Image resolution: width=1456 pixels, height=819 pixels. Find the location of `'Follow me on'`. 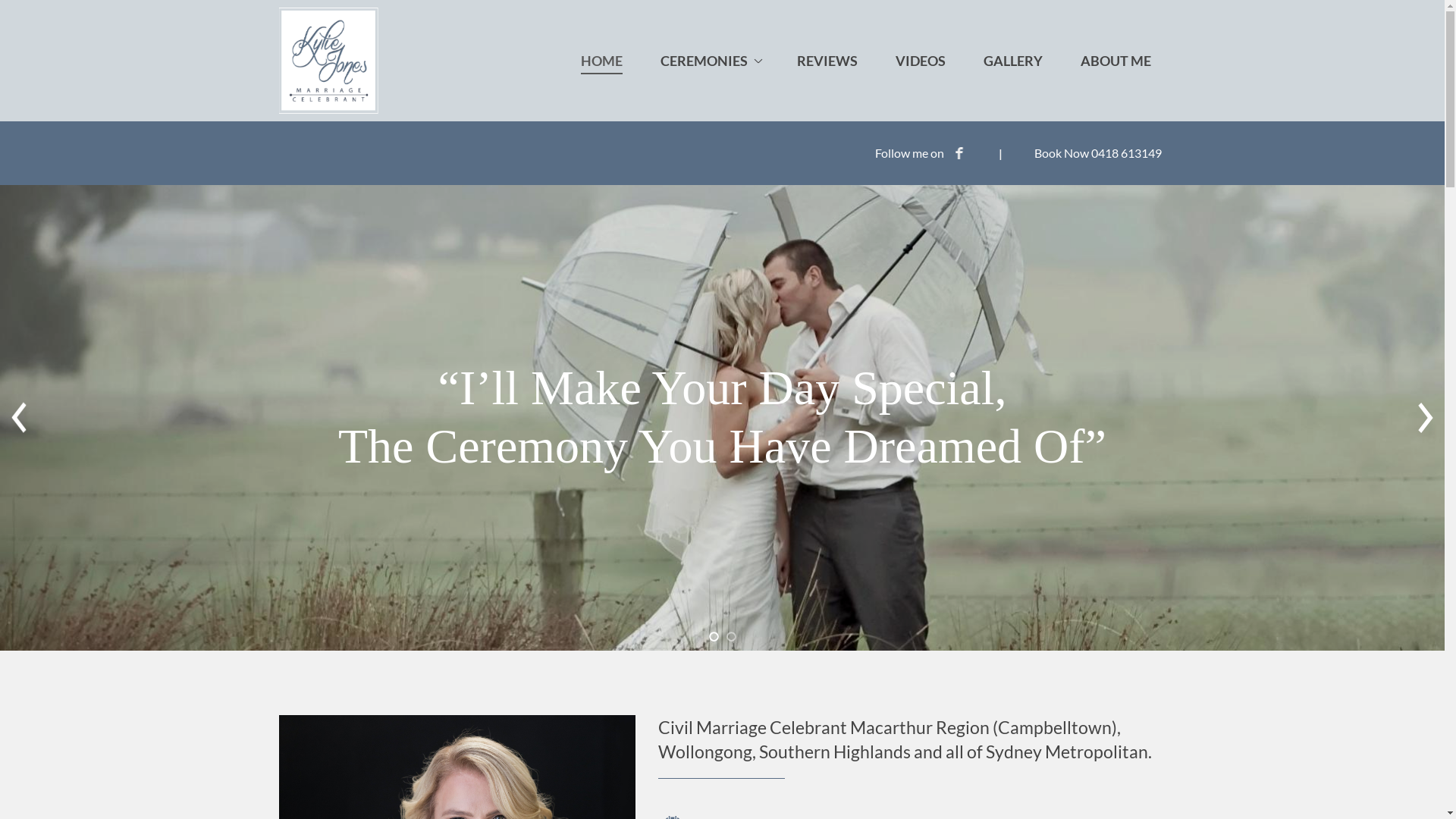

'Follow me on' is located at coordinates (920, 152).